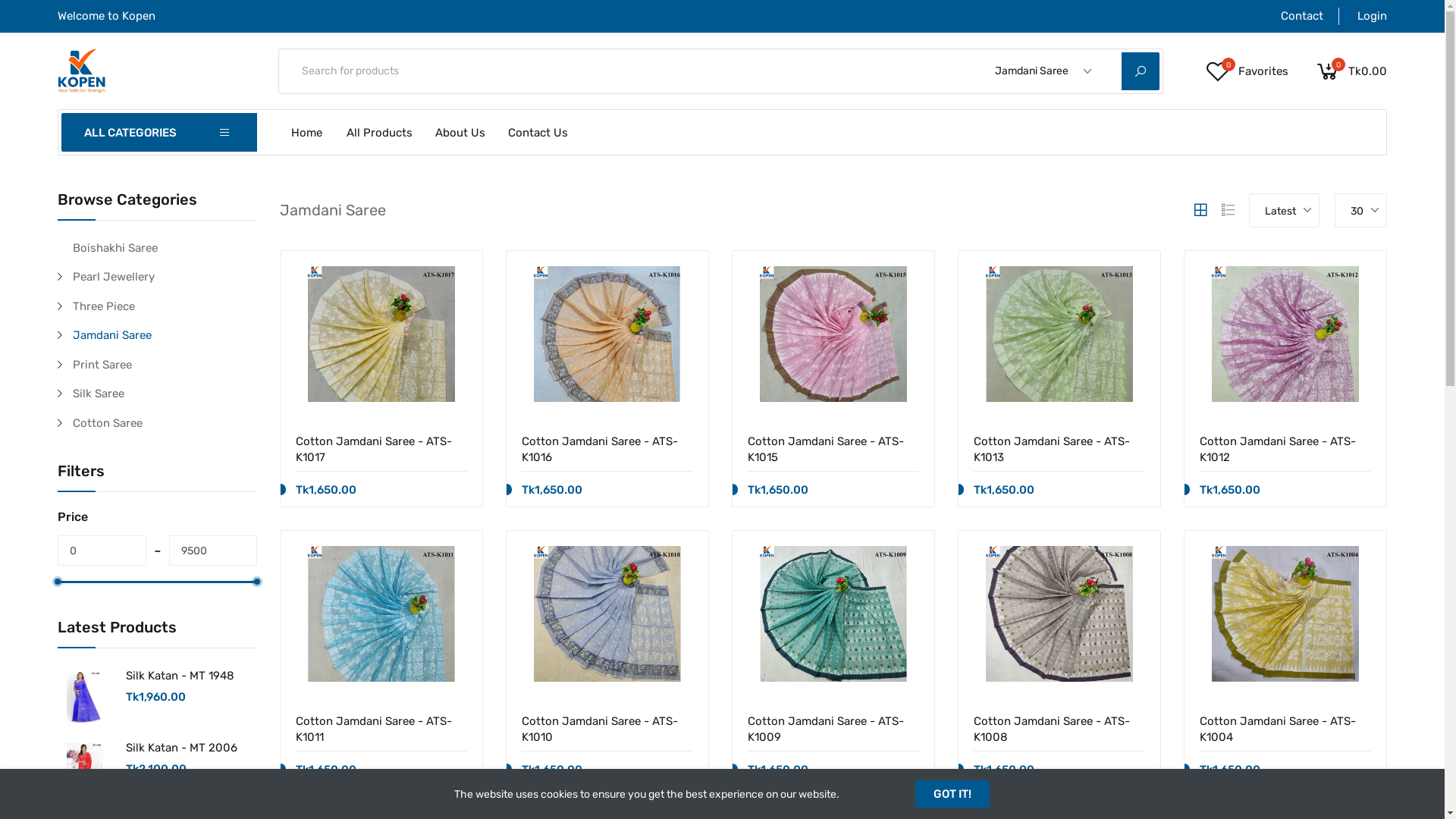  I want to click on 'Home', so click(306, 130).